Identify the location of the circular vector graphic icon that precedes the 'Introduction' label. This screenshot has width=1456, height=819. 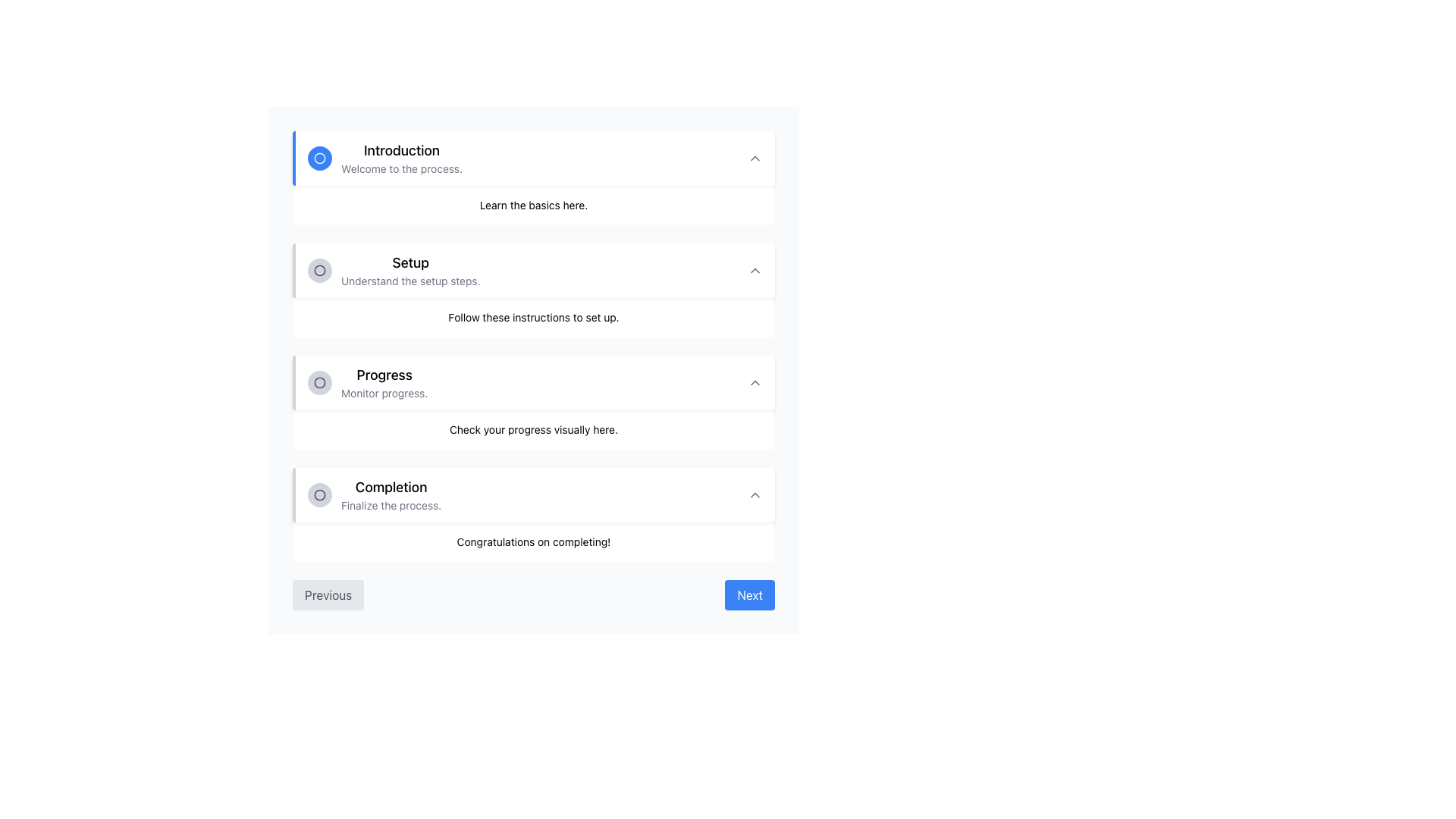
(319, 158).